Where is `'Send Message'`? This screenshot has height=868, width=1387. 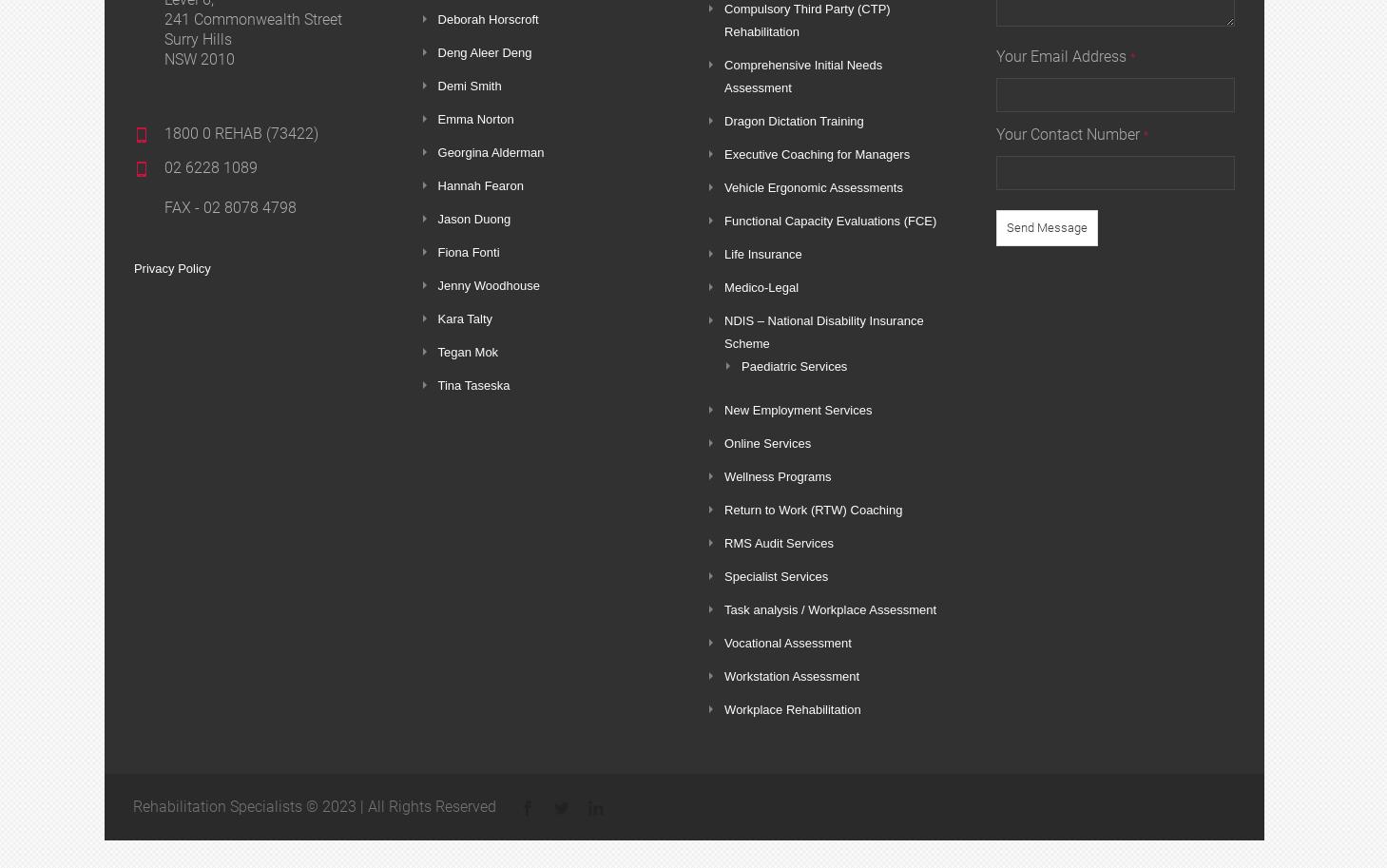 'Send Message' is located at coordinates (1045, 226).